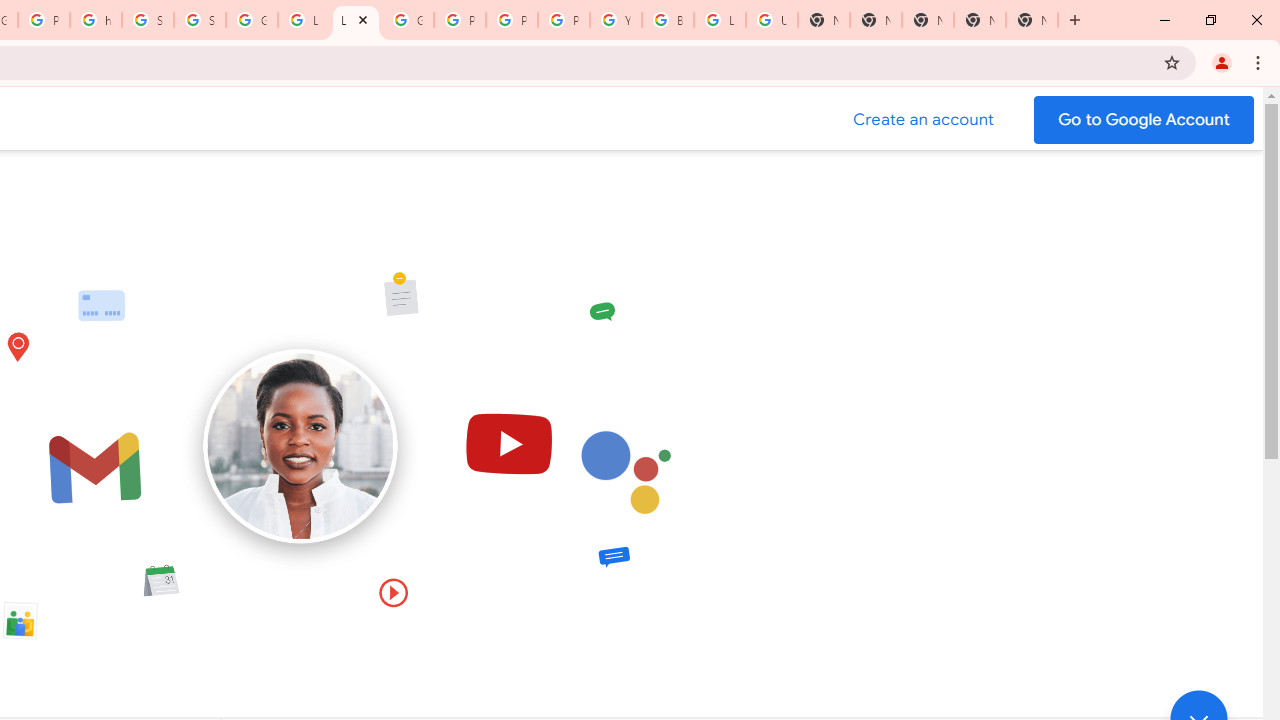 The height and width of the screenshot is (720, 1280). Describe the element at coordinates (1144, 119) in the screenshot. I see `'Go to your Google Account'` at that location.